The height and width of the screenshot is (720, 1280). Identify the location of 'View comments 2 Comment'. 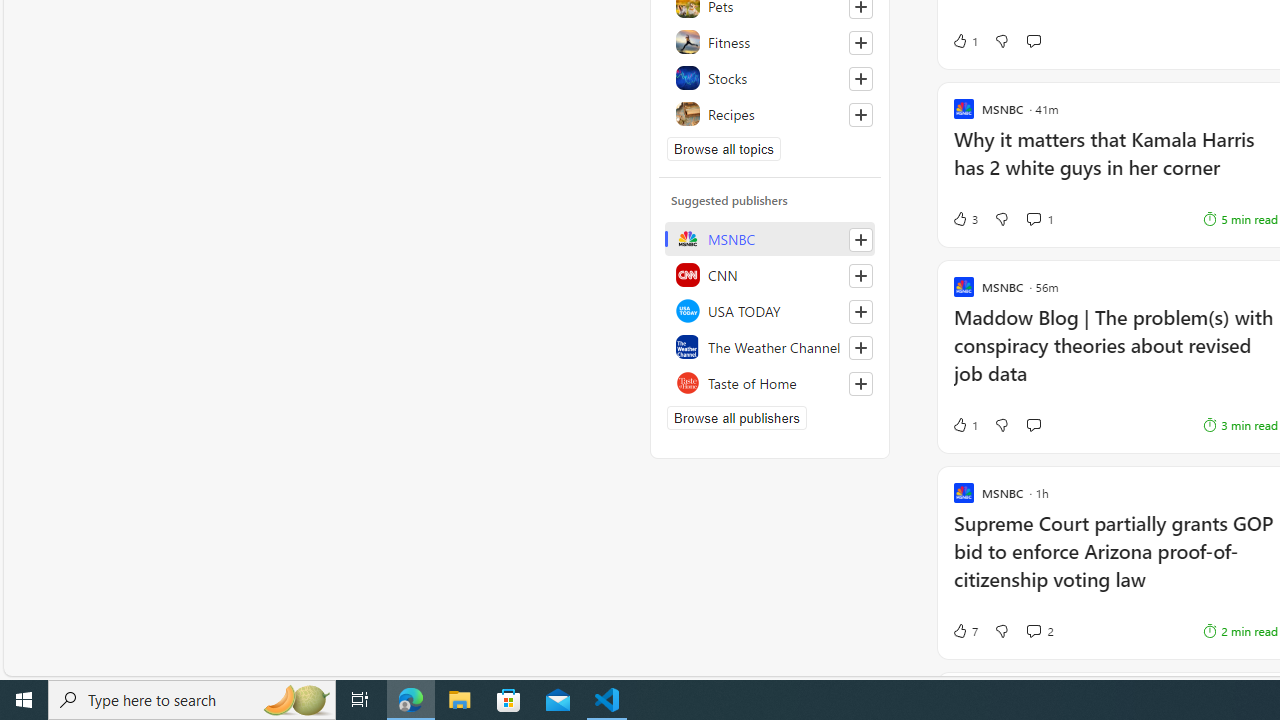
(1033, 631).